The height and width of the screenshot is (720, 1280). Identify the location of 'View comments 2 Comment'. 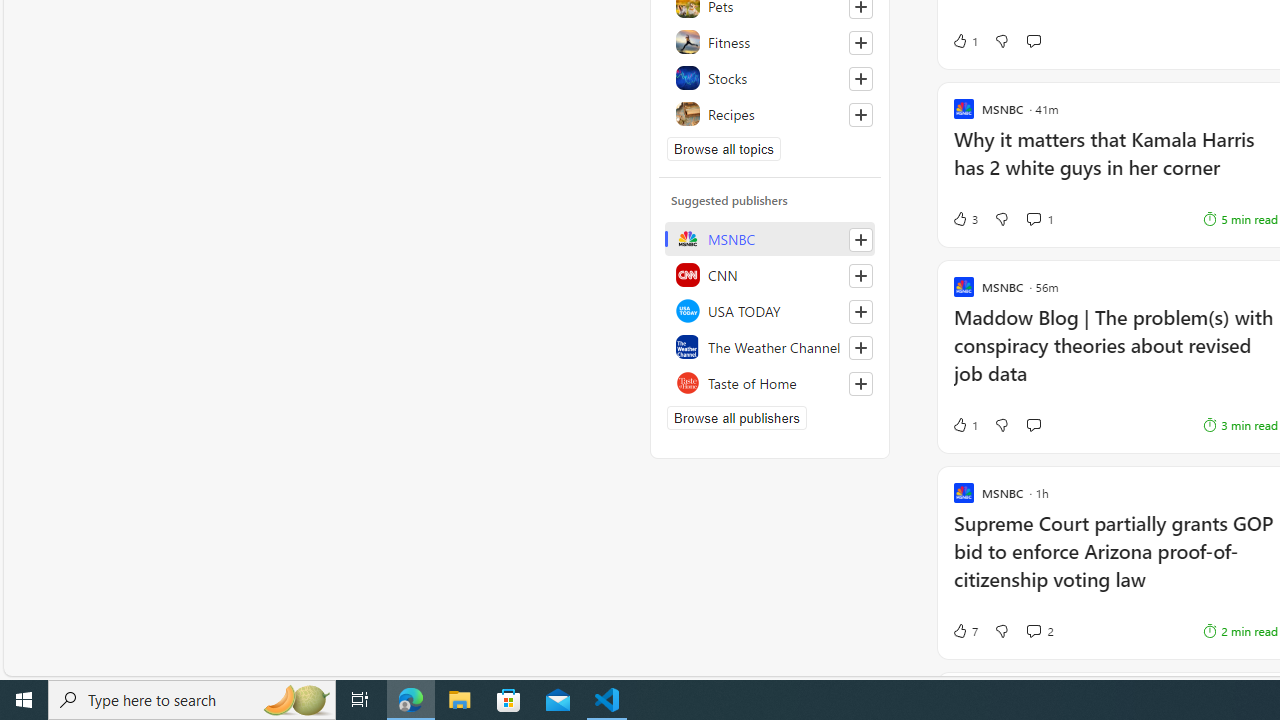
(1033, 631).